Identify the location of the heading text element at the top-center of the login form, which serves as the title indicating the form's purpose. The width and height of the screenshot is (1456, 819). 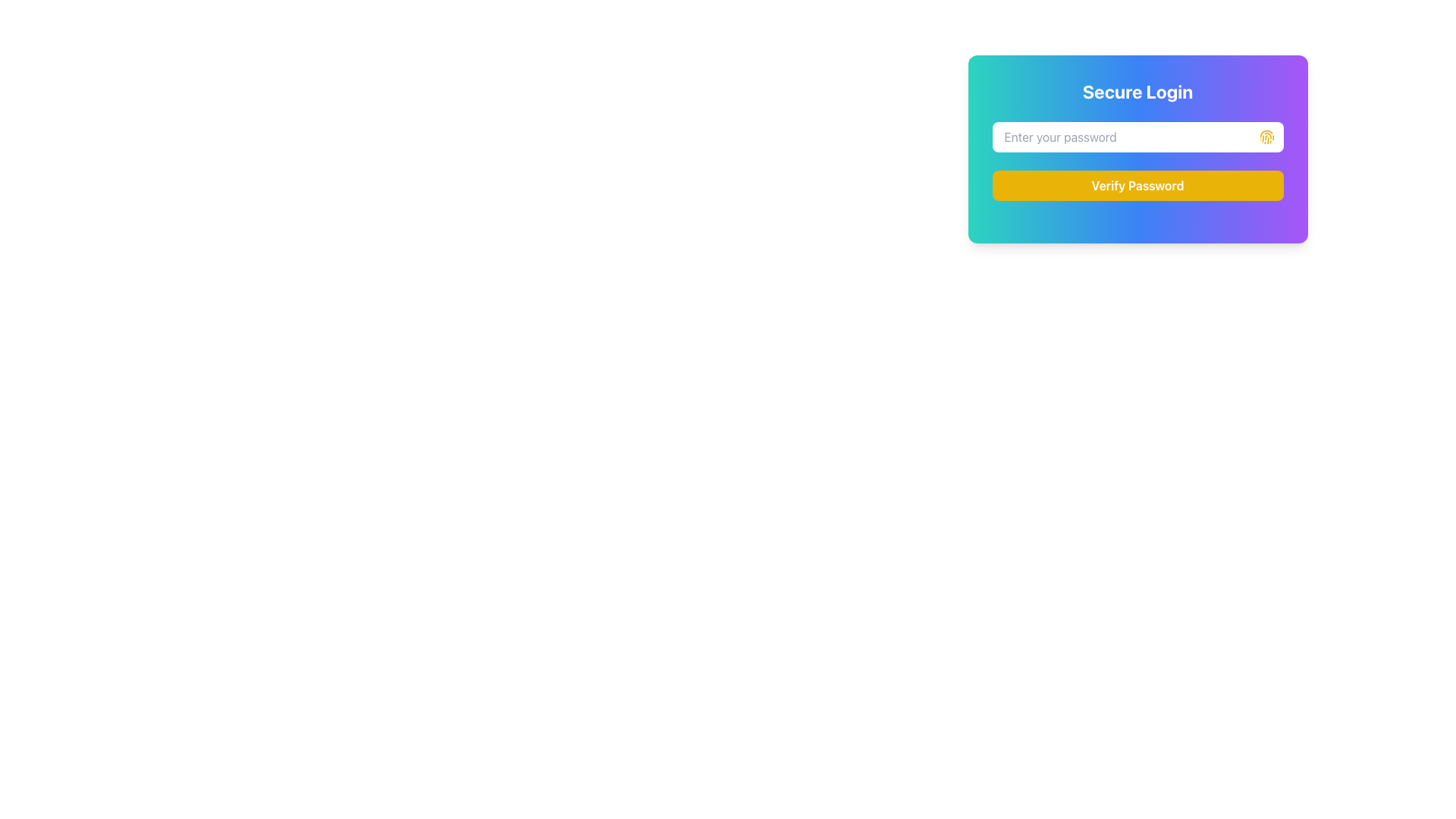
(1137, 91).